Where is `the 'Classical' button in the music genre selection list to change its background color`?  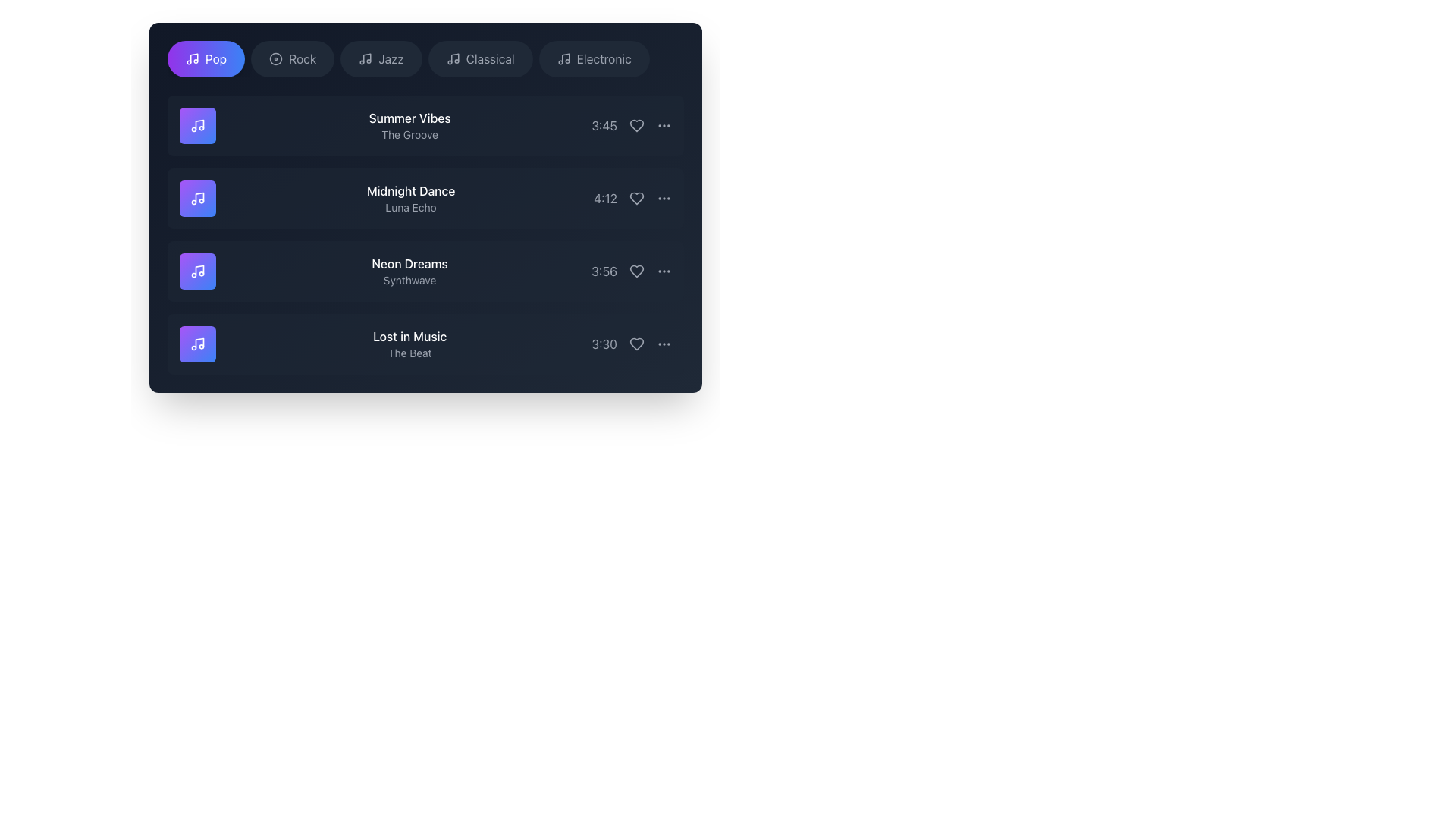
the 'Classical' button in the music genre selection list to change its background color is located at coordinates (479, 58).